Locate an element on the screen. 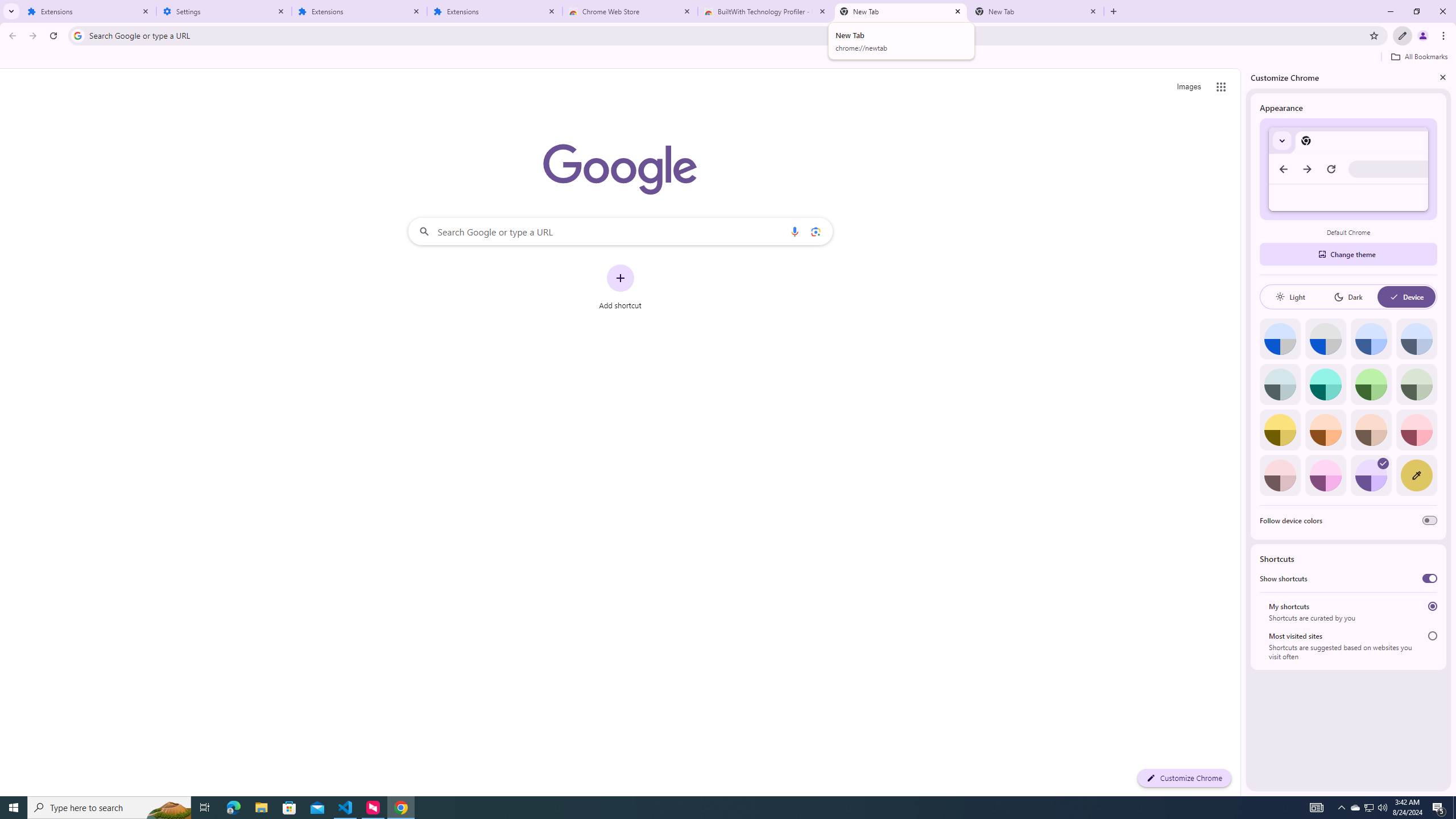 Image resolution: width=1456 pixels, height=819 pixels. 'Side Panel Resize Handle' is located at coordinates (1243, 431).